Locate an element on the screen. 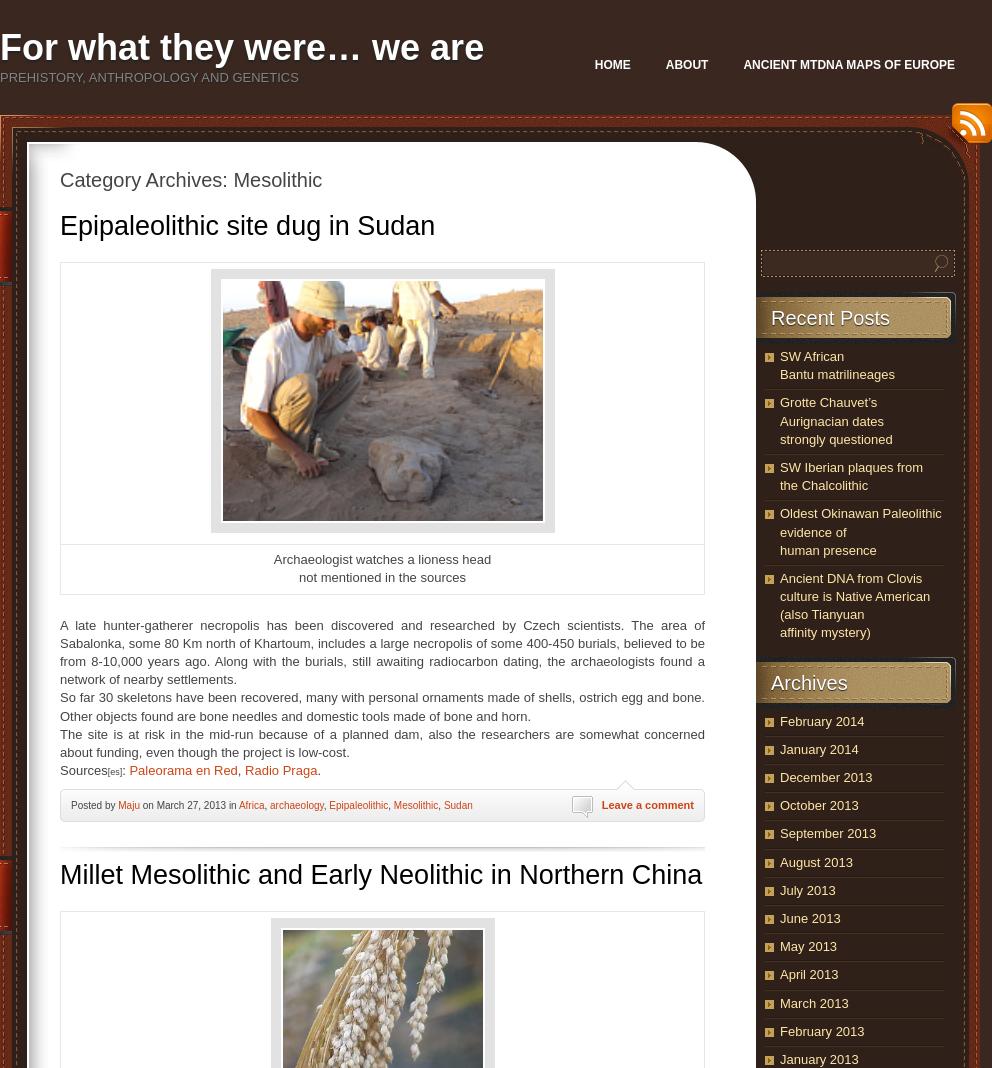 The height and width of the screenshot is (1068, 992). 'February 2013' is located at coordinates (821, 1030).